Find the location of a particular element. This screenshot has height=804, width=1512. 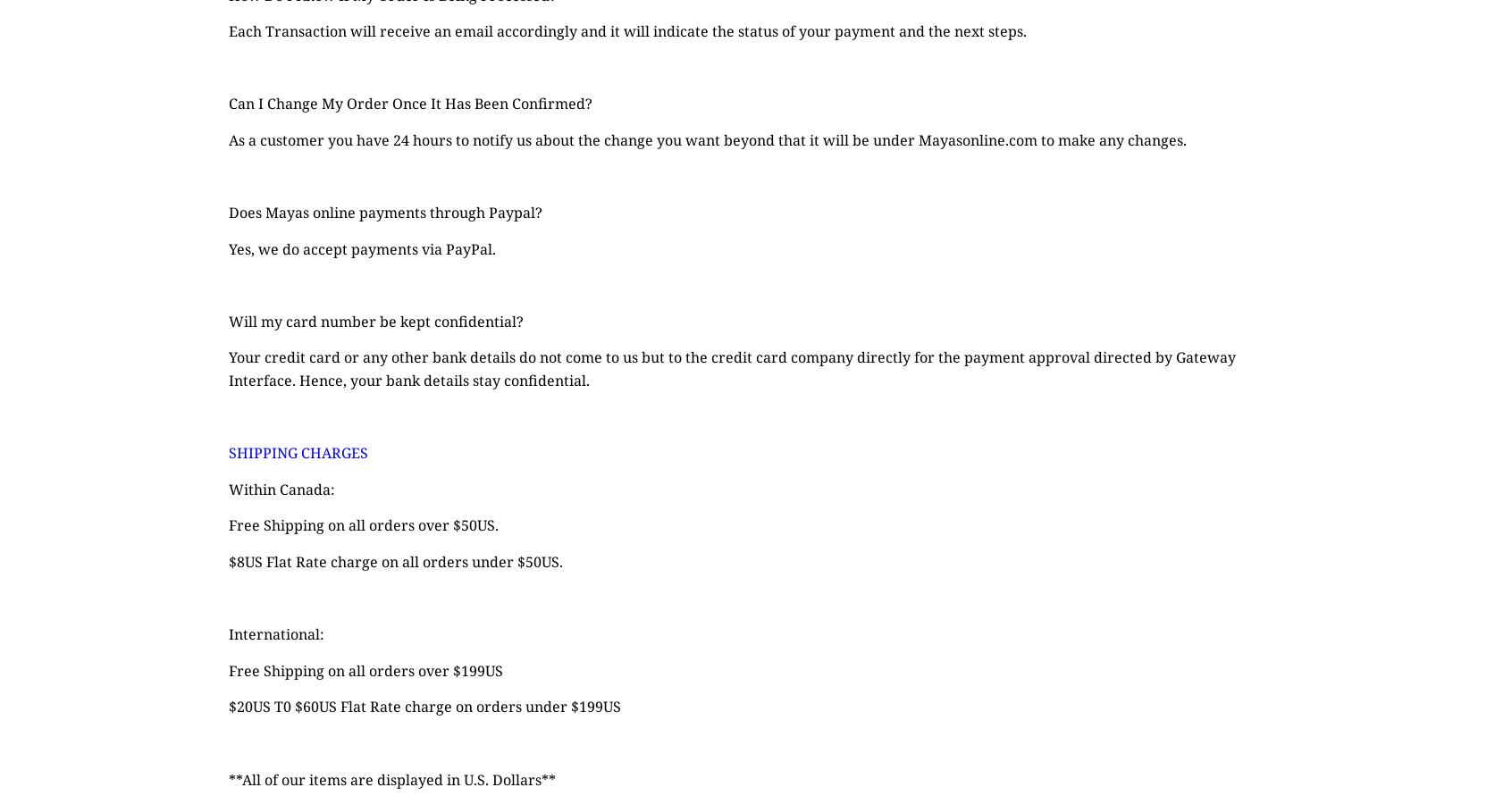

'Your credit card or any other bank details do not come to us but to the credit card company directly for the payment approval directed by Gateway Interface. Hence, your bank details stay confidential.' is located at coordinates (732, 369).